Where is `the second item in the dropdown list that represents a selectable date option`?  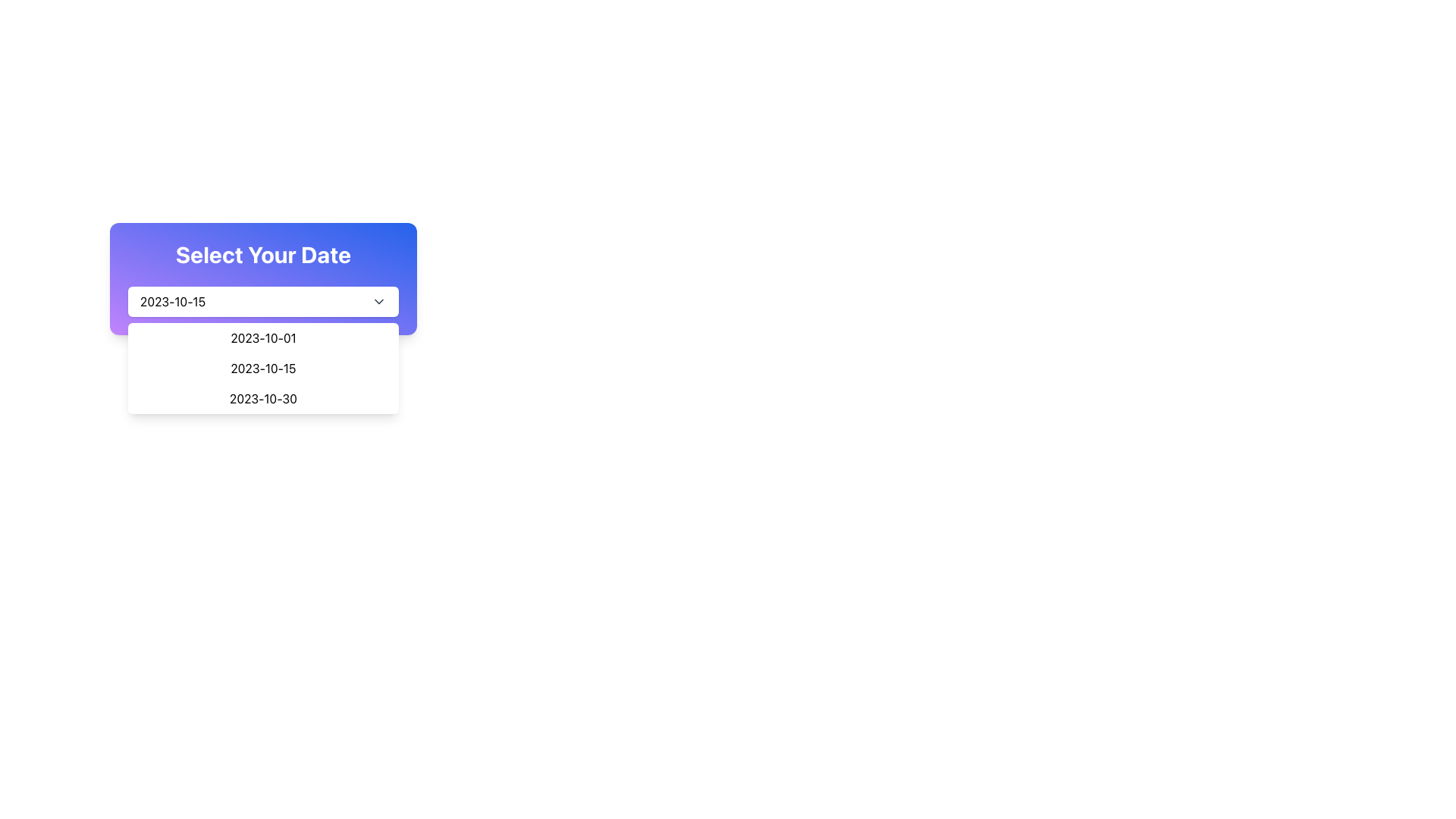 the second item in the dropdown list that represents a selectable date option is located at coordinates (263, 369).